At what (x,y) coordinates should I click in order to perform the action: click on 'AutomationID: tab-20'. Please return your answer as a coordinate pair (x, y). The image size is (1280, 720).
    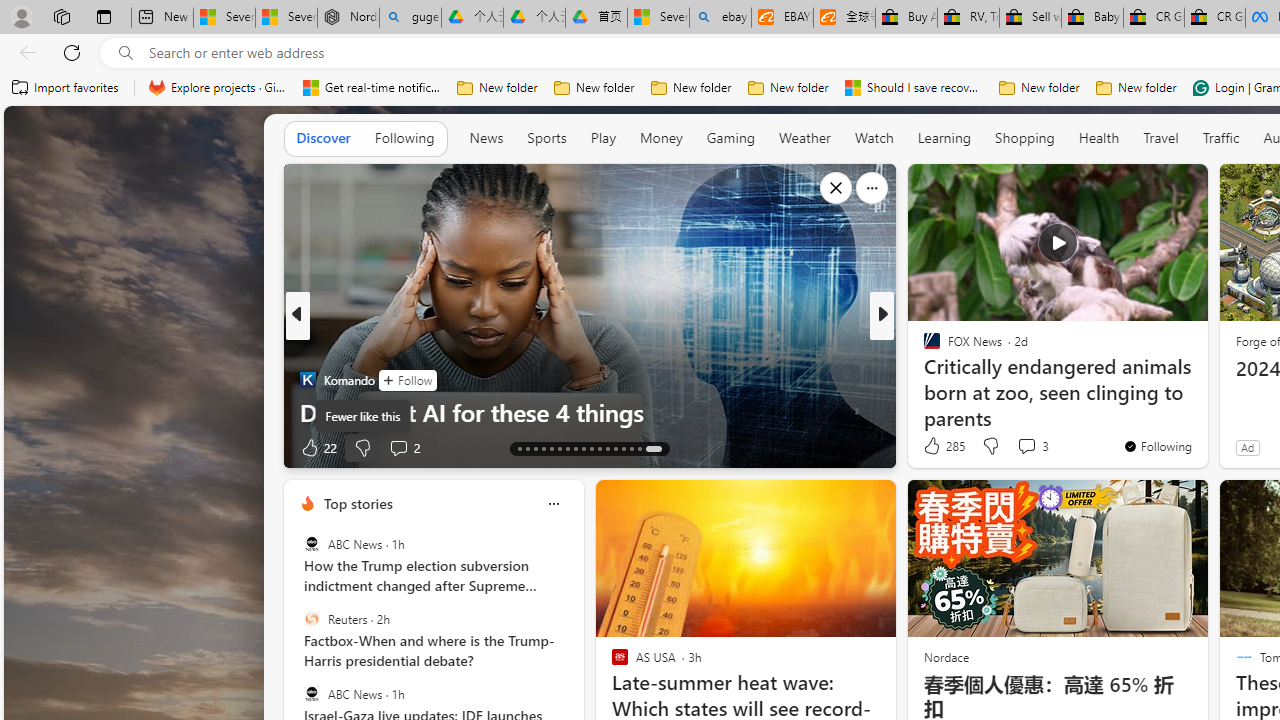
    Looking at the image, I should click on (574, 447).